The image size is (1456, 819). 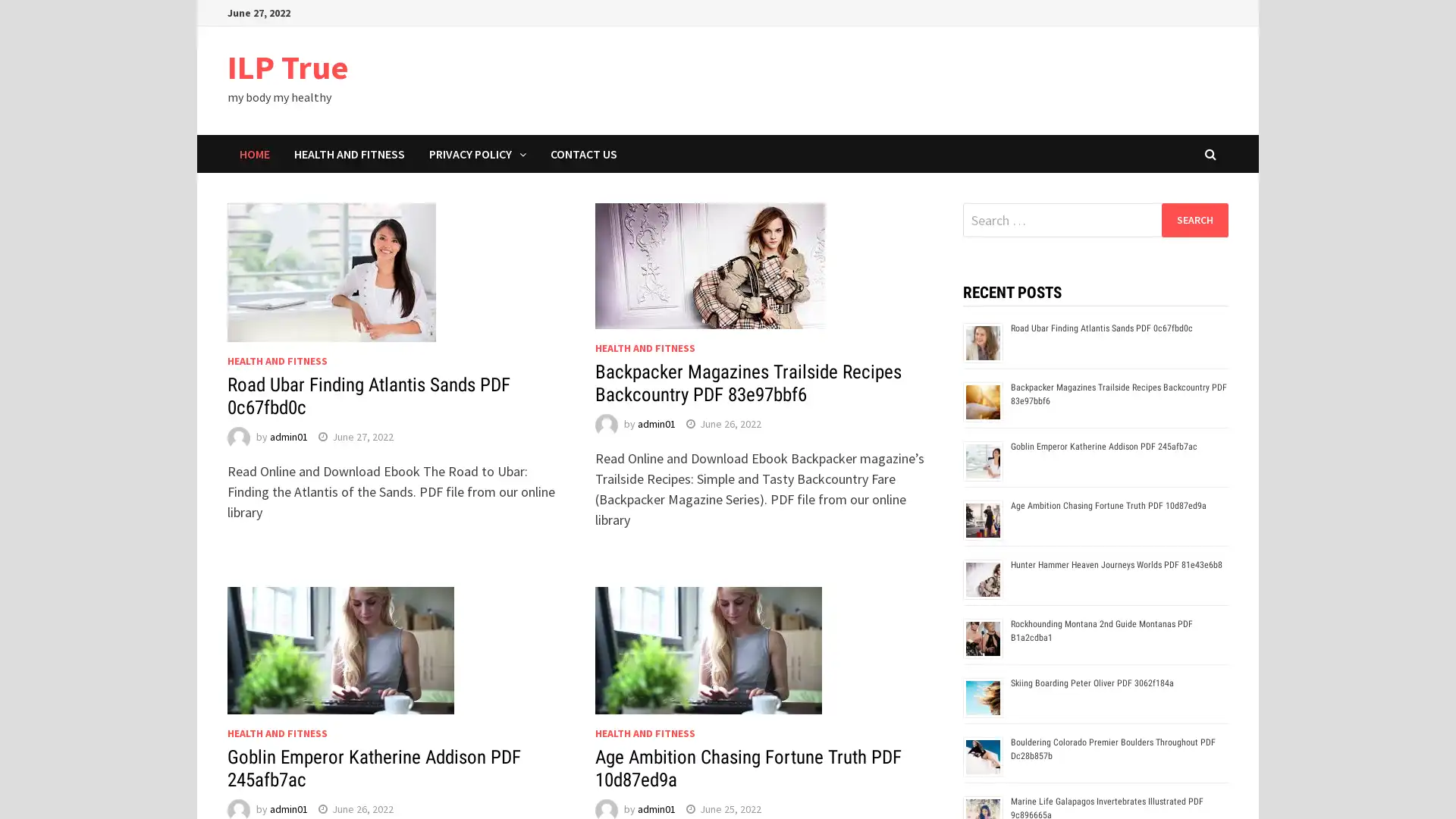 I want to click on Search, so click(x=1194, y=219).